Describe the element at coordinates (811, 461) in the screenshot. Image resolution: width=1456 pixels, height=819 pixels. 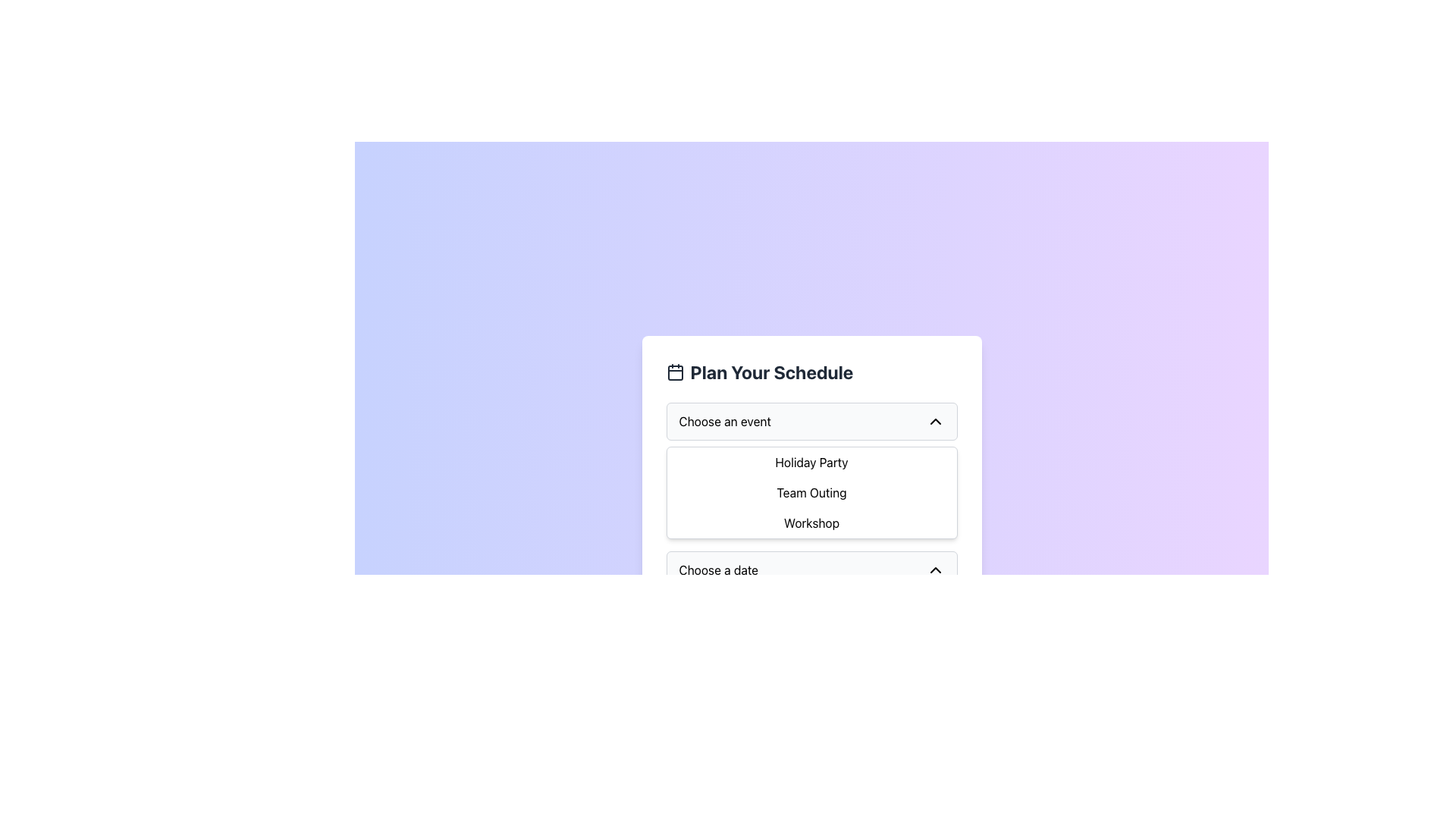
I see `the selectable list item displaying 'Holiday Party'` at that location.